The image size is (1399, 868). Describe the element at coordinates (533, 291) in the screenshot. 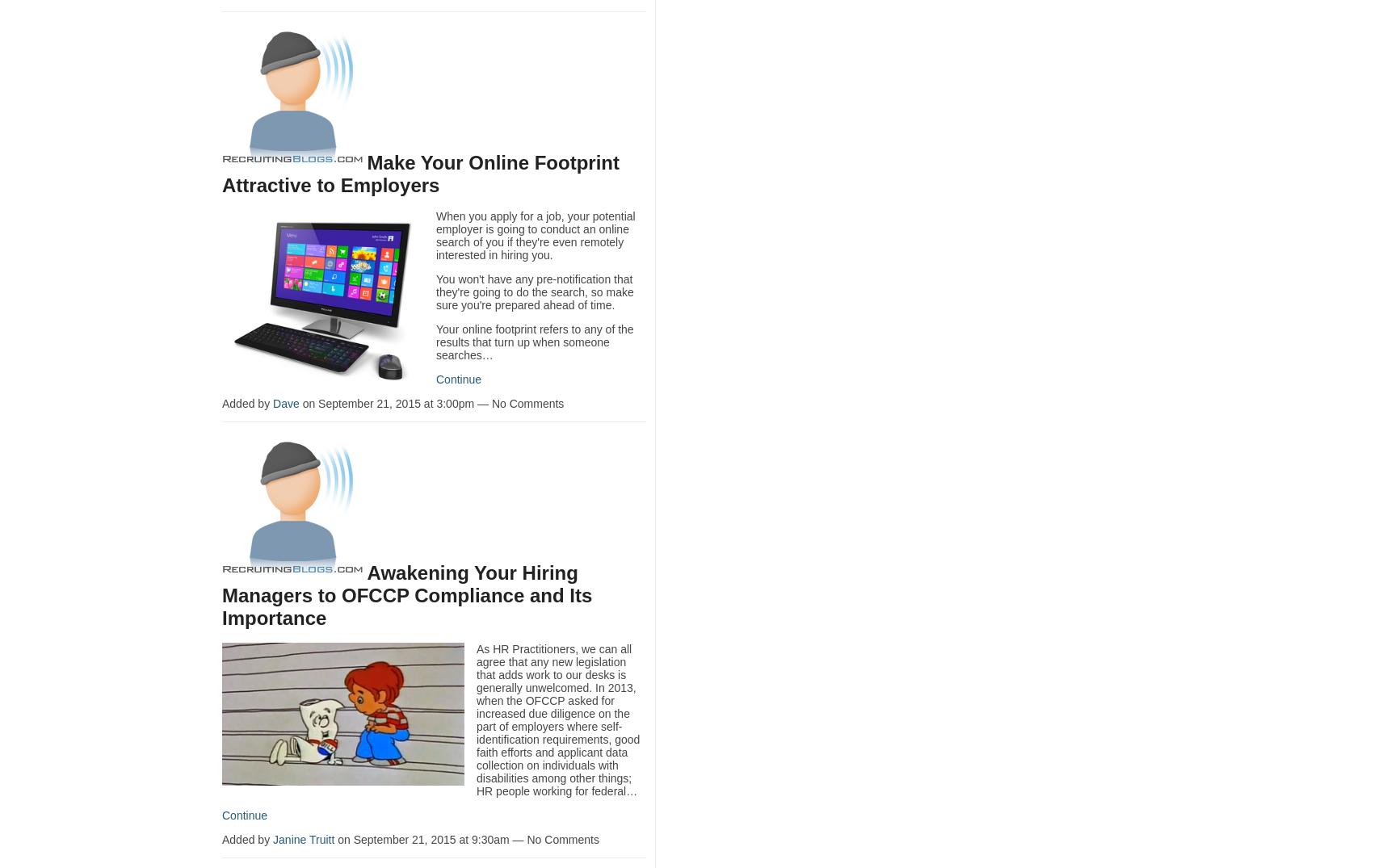

I see `'You won't have any pre-notification that they're going to do the search, so make sure you're prepared ahead of time.'` at that location.